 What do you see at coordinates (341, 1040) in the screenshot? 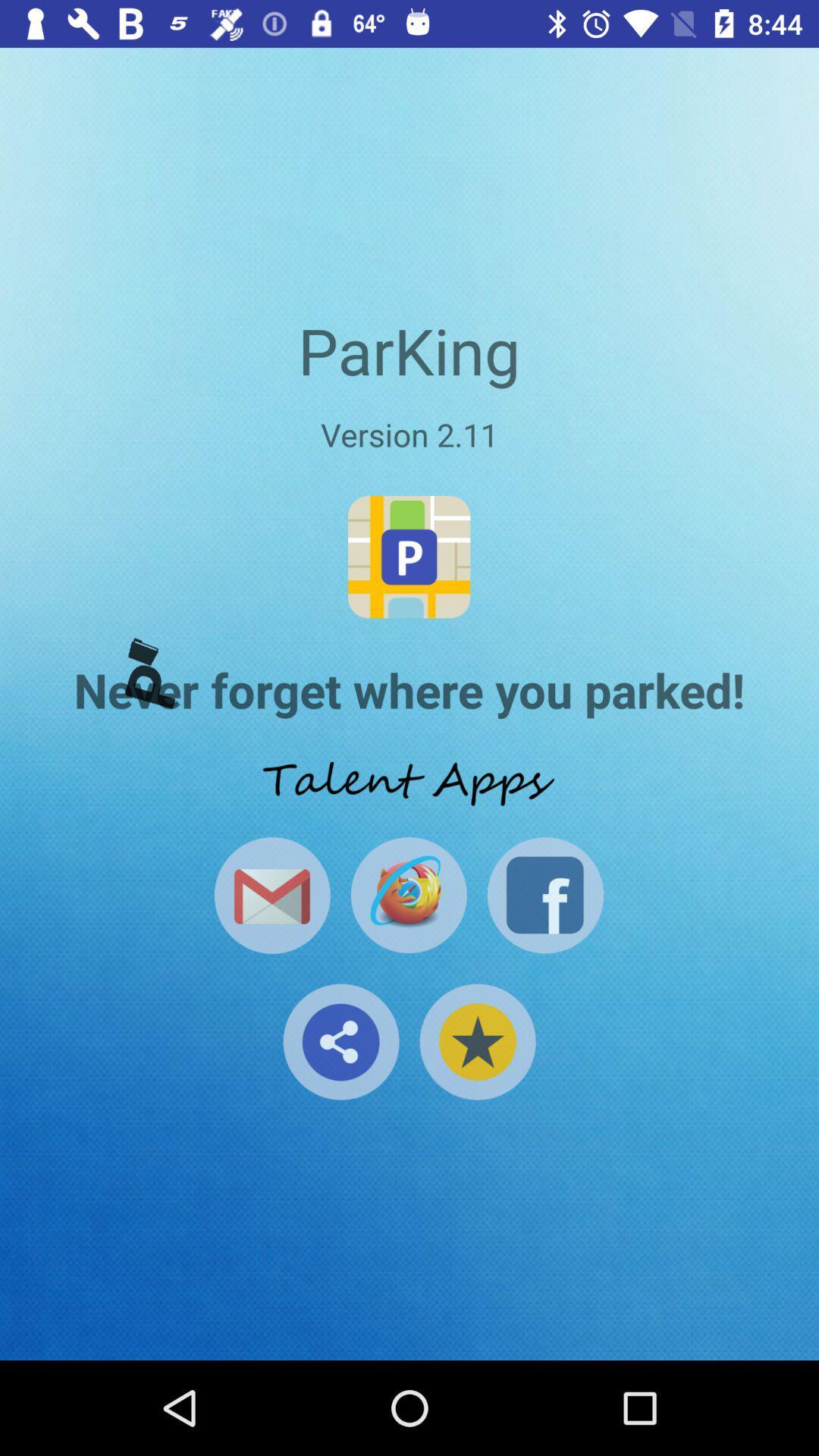
I see `share the app` at bounding box center [341, 1040].